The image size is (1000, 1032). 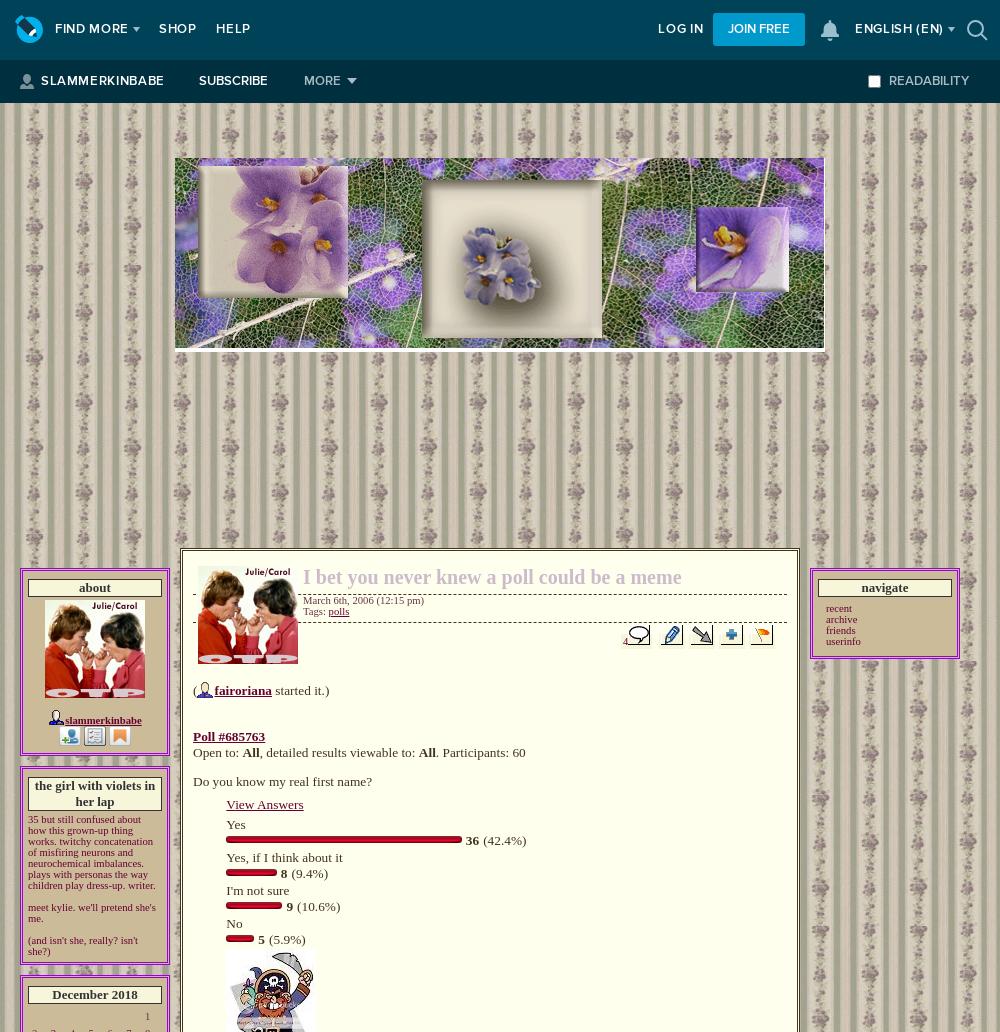 I want to click on '5.9', so click(x=281, y=937).